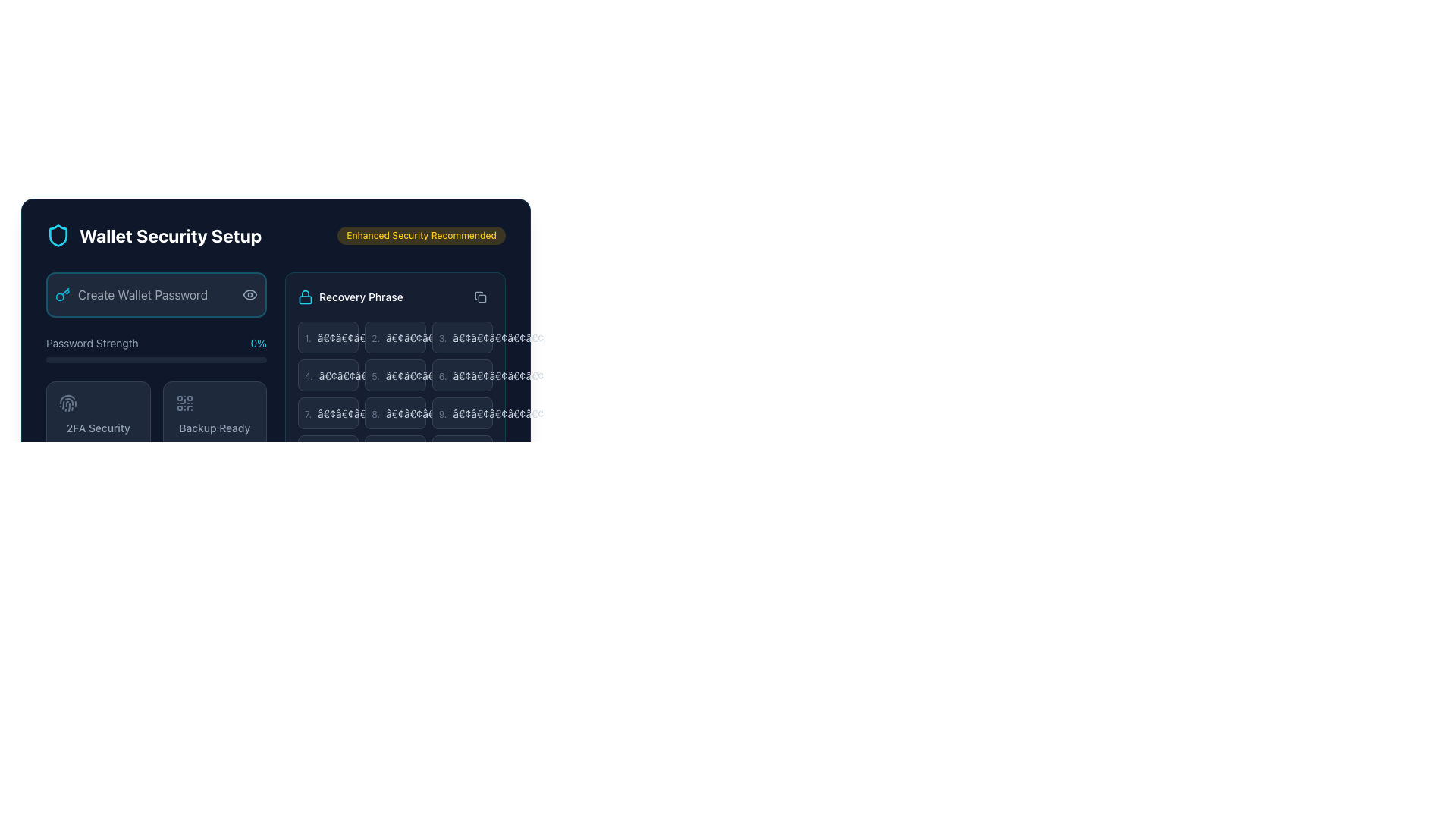 This screenshot has width=1456, height=819. What do you see at coordinates (255, 295) in the screenshot?
I see `the eye icon button on the right end of the 'Create Wallet Password' input field` at bounding box center [255, 295].